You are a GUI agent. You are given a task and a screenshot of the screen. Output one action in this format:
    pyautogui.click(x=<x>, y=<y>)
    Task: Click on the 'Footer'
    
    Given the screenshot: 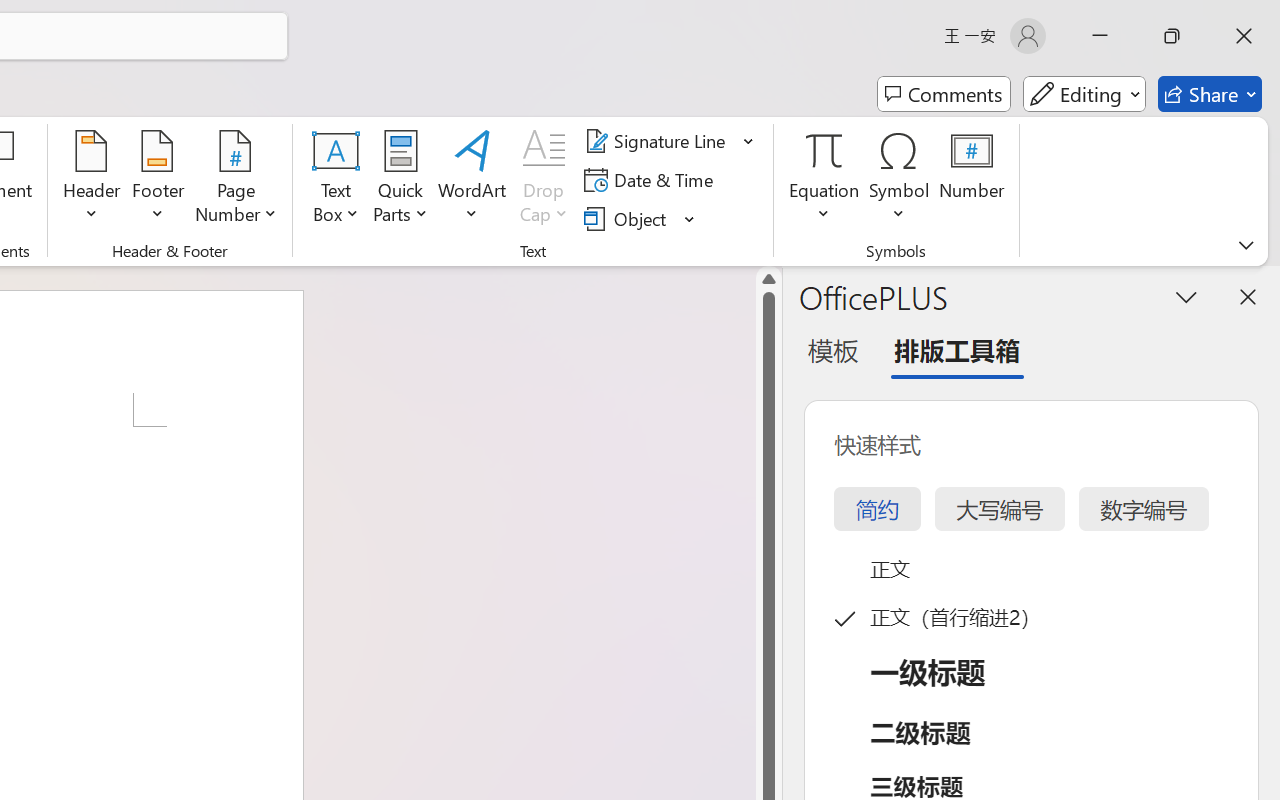 What is the action you would take?
    pyautogui.click(x=157, y=179)
    